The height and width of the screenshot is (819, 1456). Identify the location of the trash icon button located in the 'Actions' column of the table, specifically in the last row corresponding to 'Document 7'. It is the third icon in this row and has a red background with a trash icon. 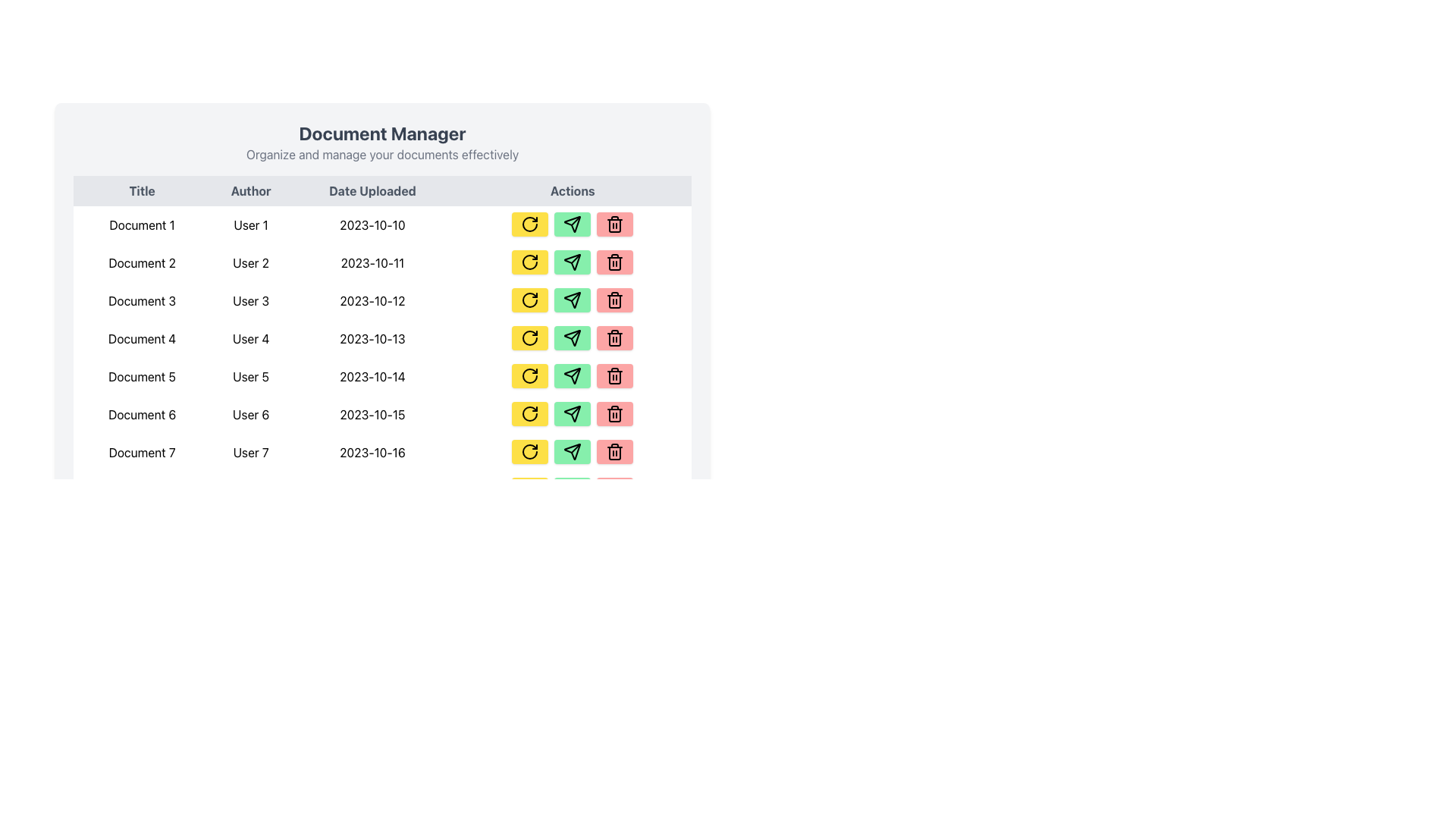
(615, 451).